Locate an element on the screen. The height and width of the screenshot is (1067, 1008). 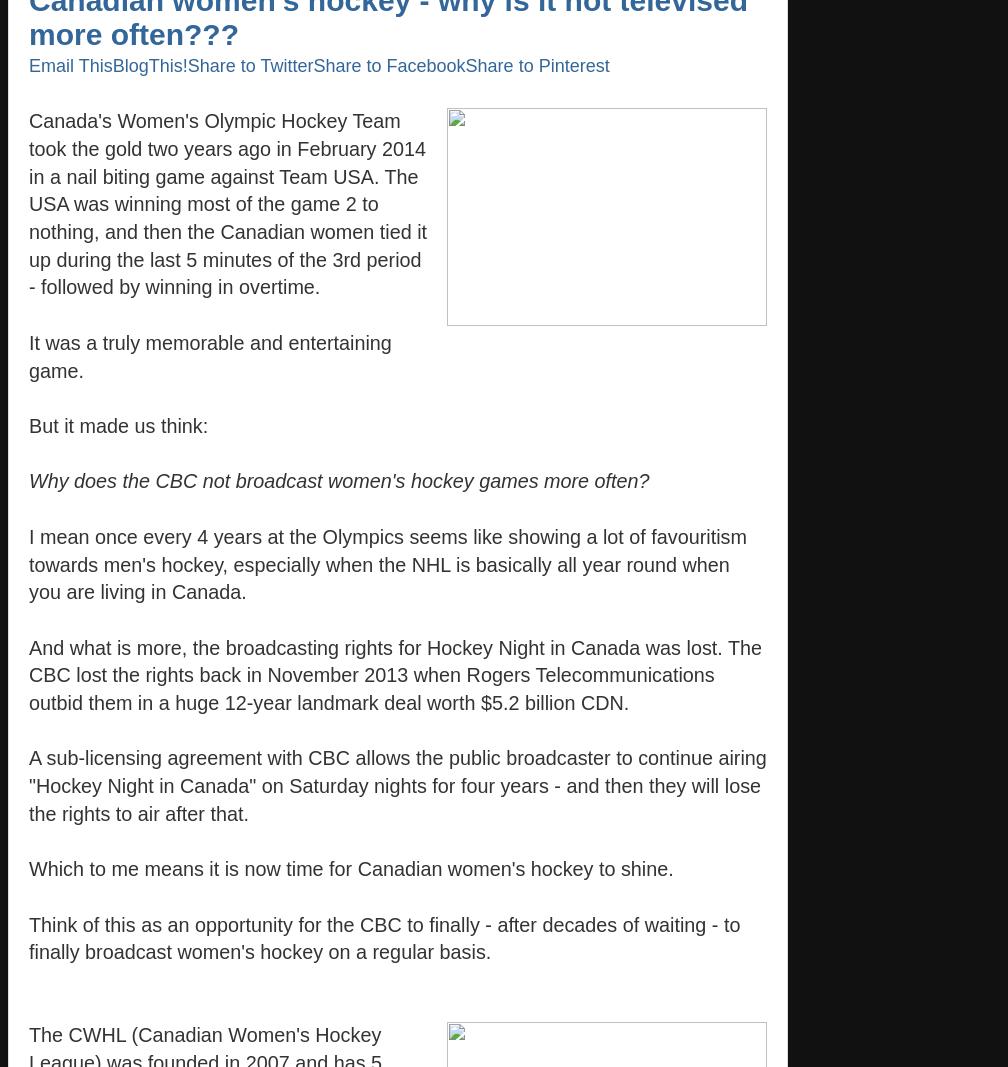
'A sub-licensing agreement with CBC allows the public broadcaster to  
continue airing "Hockey Night in Canada" on Saturday nights for four  
years - and then they will lose the rights to air after that.' is located at coordinates (397, 784).